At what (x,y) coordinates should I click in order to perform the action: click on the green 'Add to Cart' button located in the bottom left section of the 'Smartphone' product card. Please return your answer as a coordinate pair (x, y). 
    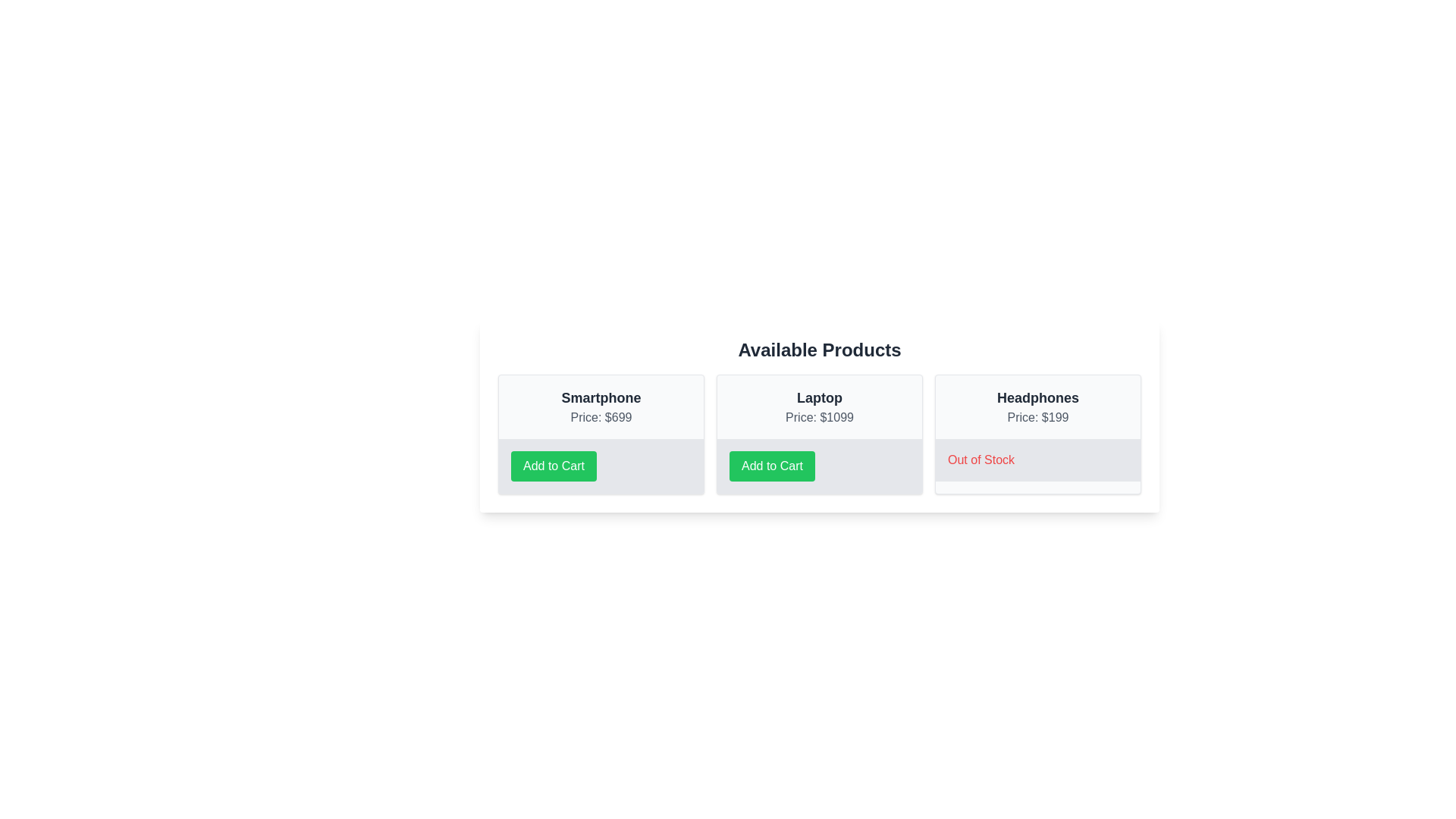
    Looking at the image, I should click on (553, 465).